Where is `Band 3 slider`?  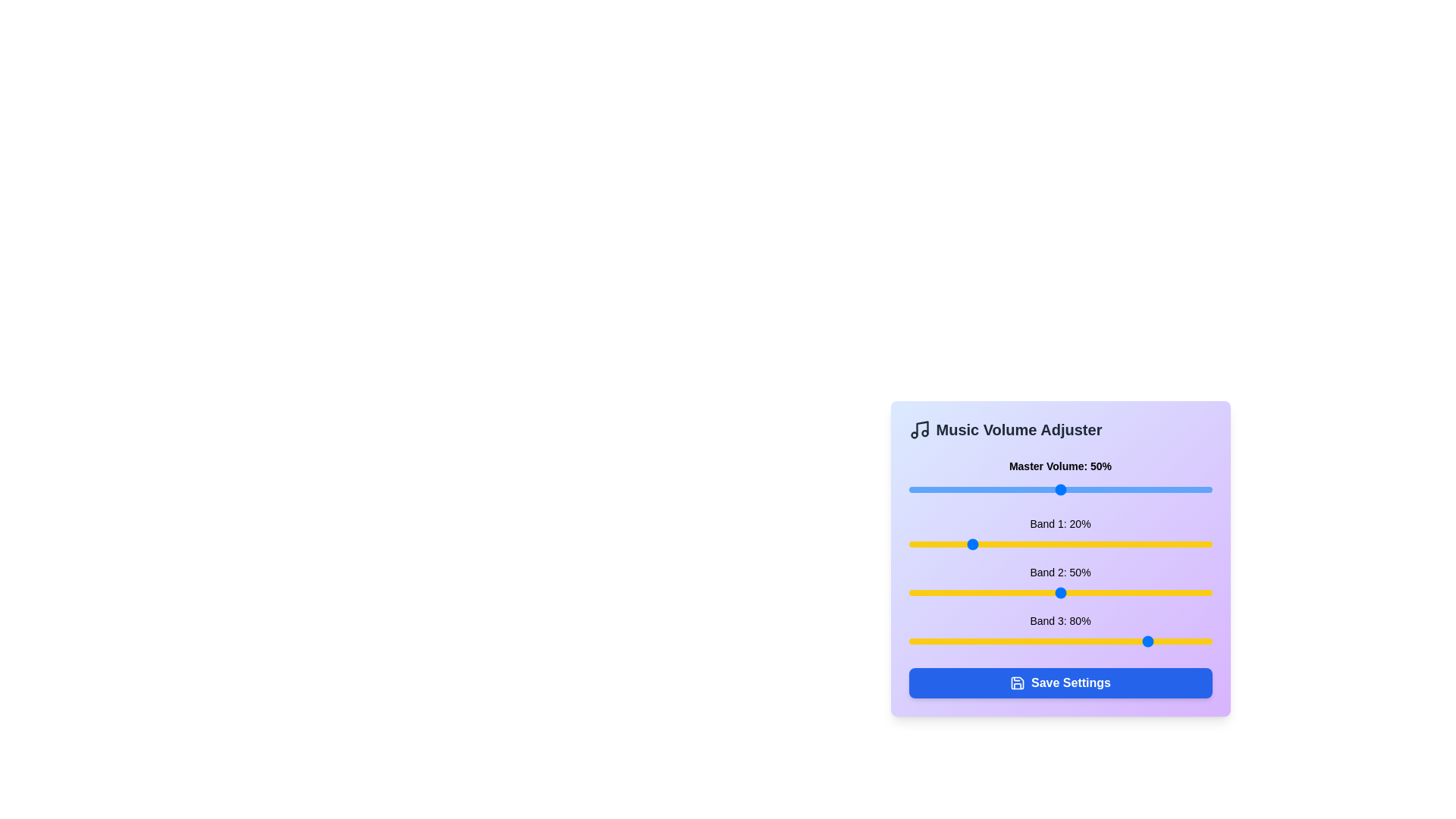
Band 3 slider is located at coordinates (975, 641).